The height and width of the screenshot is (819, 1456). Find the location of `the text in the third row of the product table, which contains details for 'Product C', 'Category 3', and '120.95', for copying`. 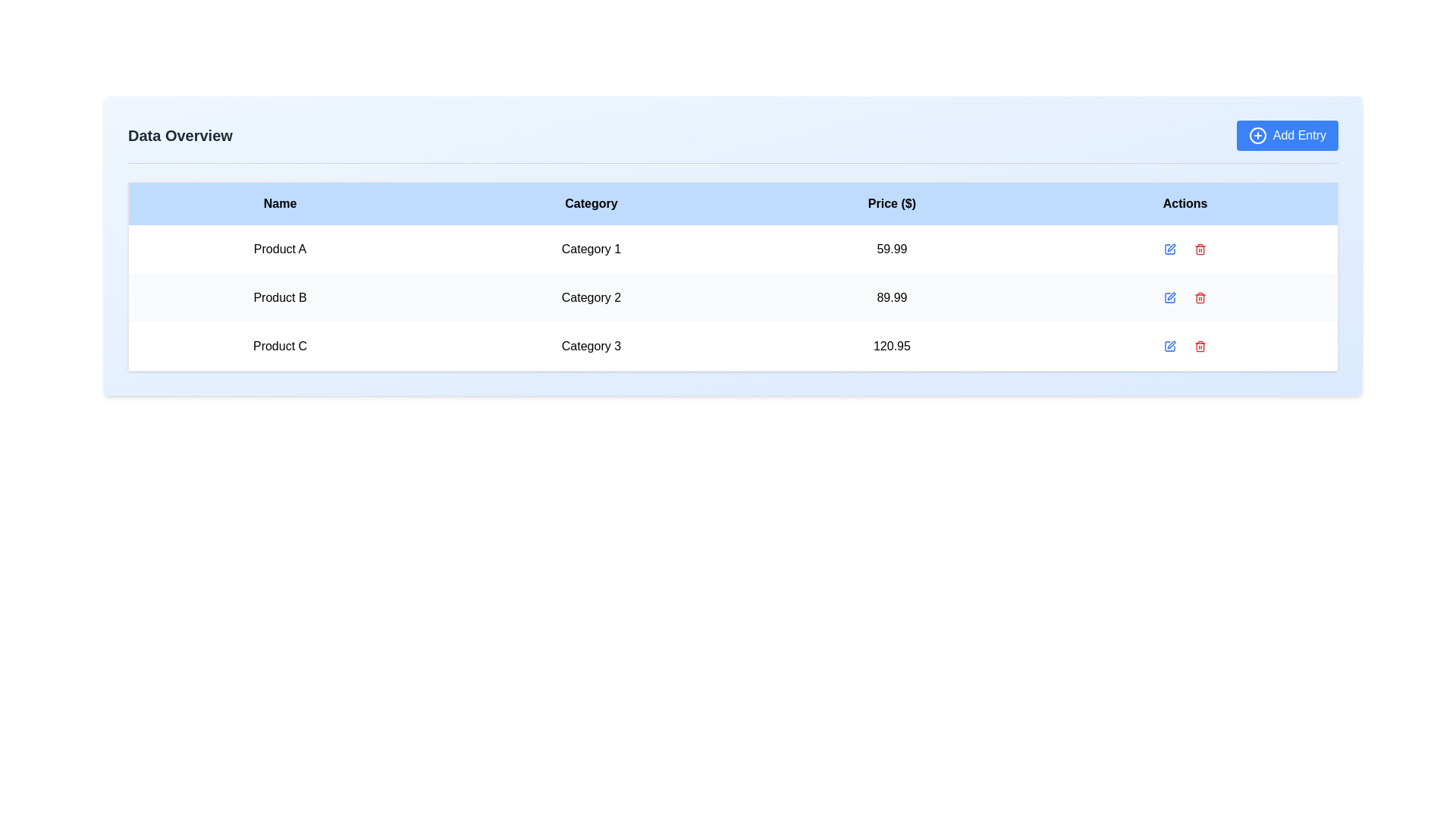

the text in the third row of the product table, which contains details for 'Product C', 'Category 3', and '120.95', for copying is located at coordinates (733, 346).